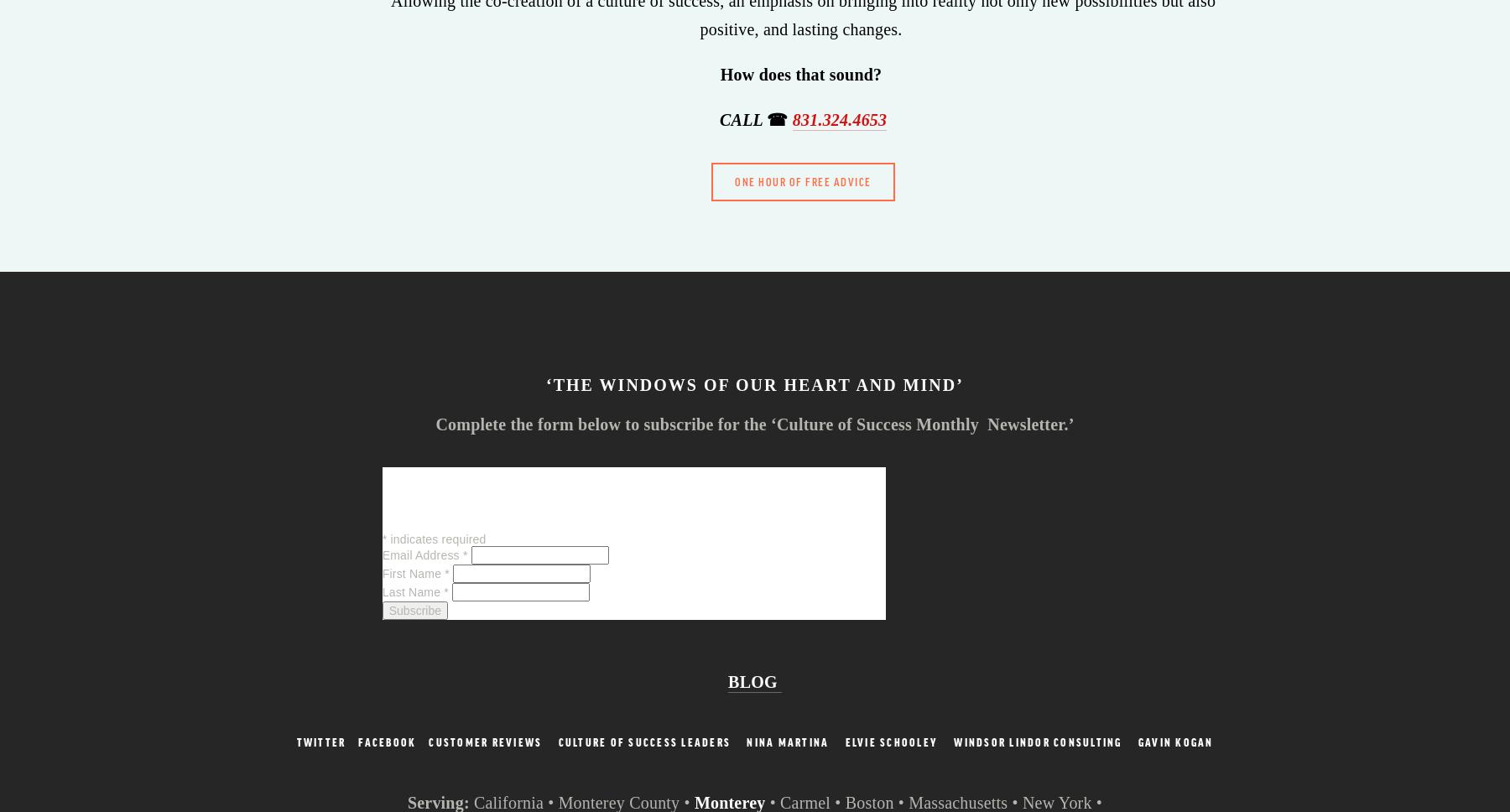  I want to click on 'Windsor Lindor Consulting', so click(1036, 741).